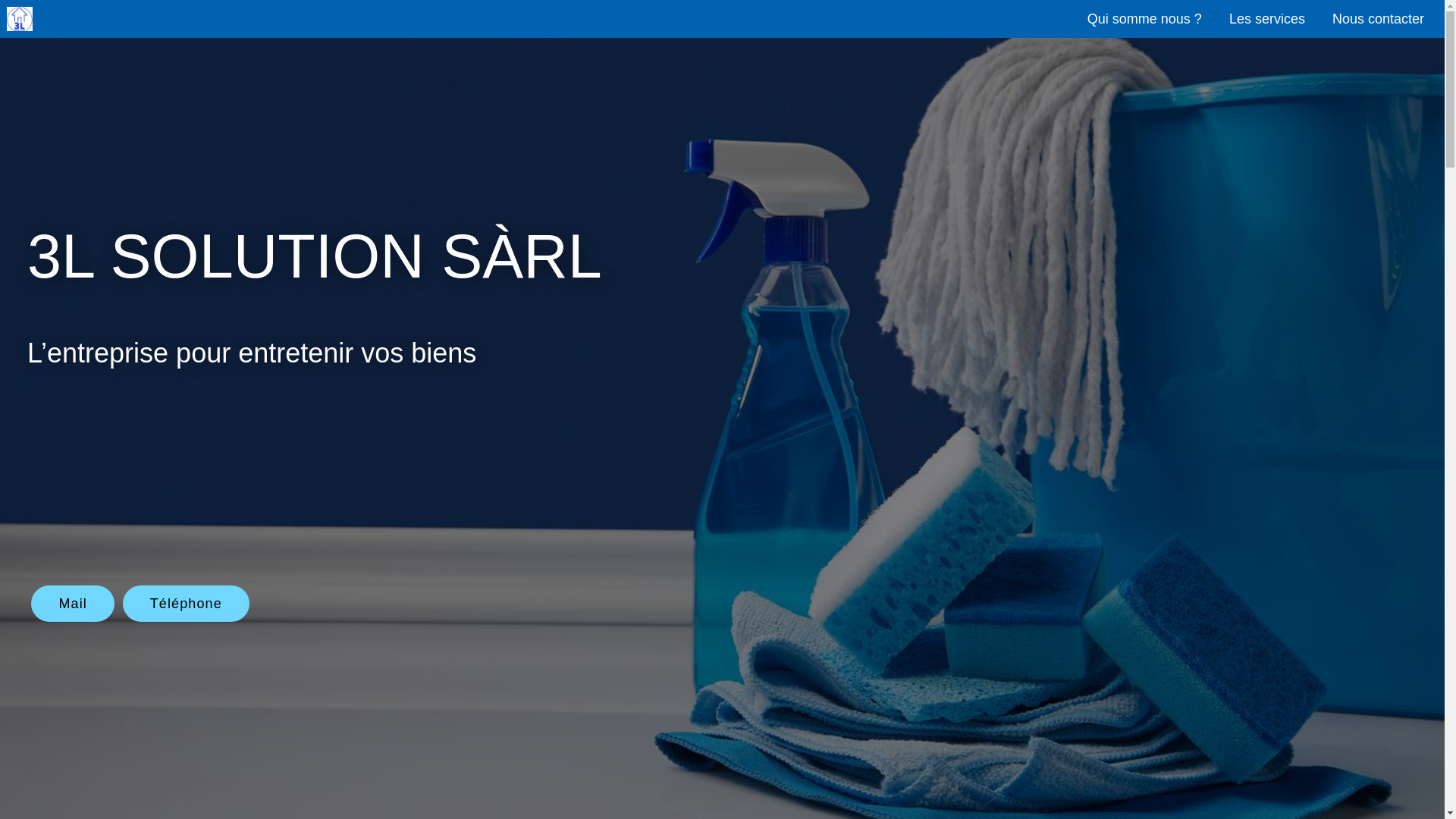 The width and height of the screenshot is (1456, 819). What do you see at coordinates (1216, 17) in the screenshot?
I see `'Les services'` at bounding box center [1216, 17].